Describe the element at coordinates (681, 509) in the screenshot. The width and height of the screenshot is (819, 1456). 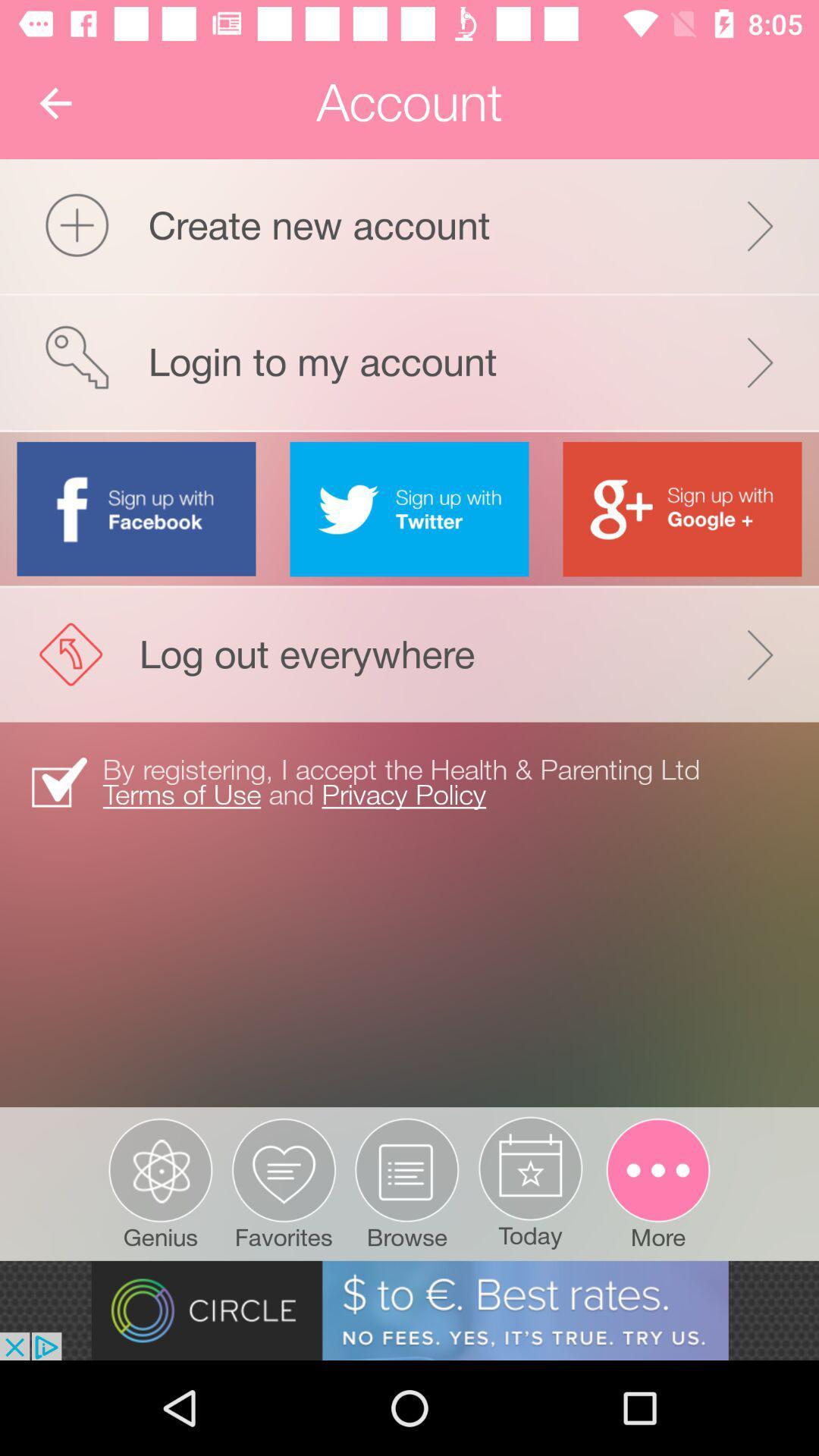
I see `this option google plus` at that location.